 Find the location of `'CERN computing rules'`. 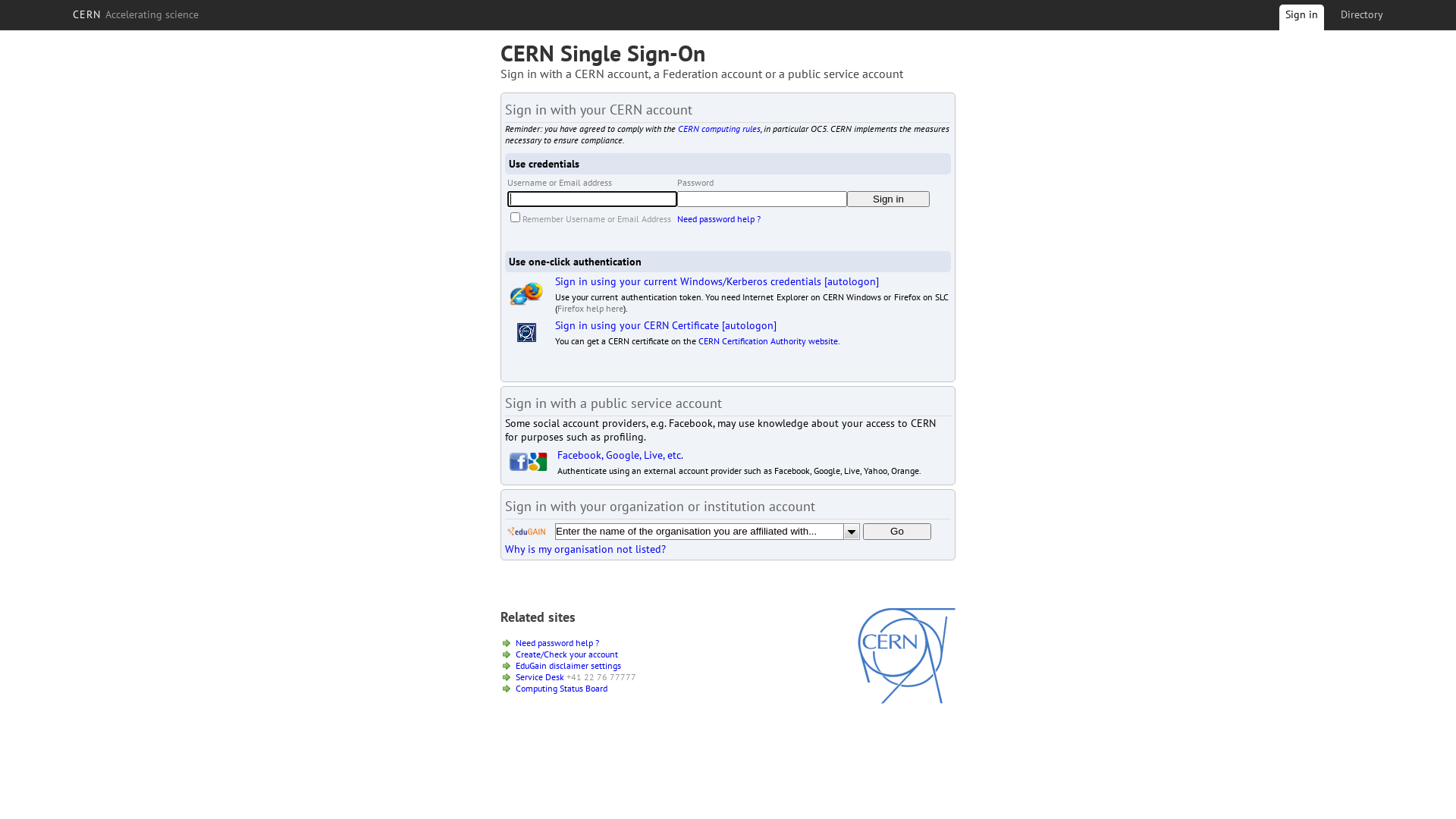

'CERN computing rules' is located at coordinates (676, 127).